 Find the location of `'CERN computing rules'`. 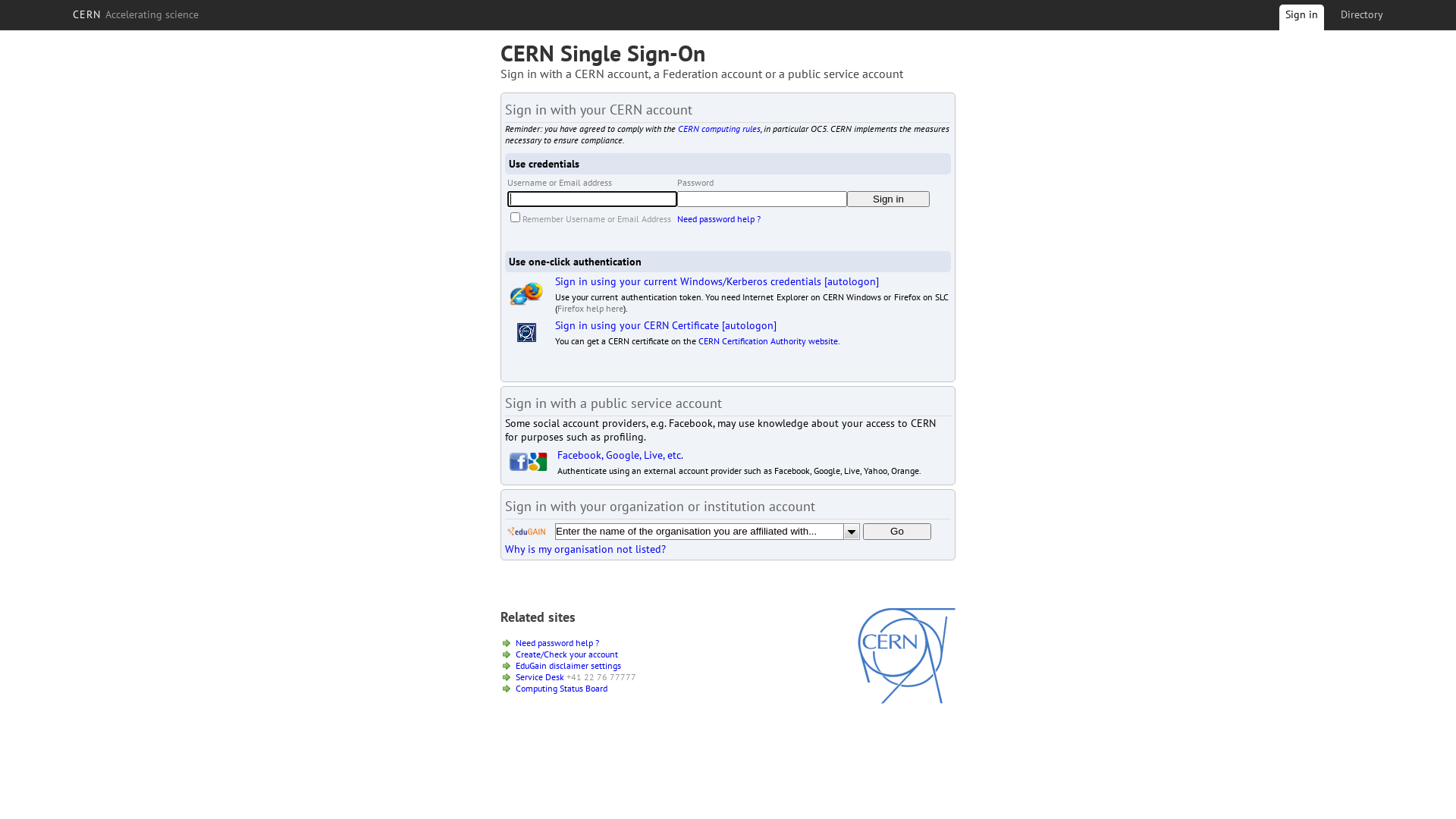

'CERN computing rules' is located at coordinates (676, 127).